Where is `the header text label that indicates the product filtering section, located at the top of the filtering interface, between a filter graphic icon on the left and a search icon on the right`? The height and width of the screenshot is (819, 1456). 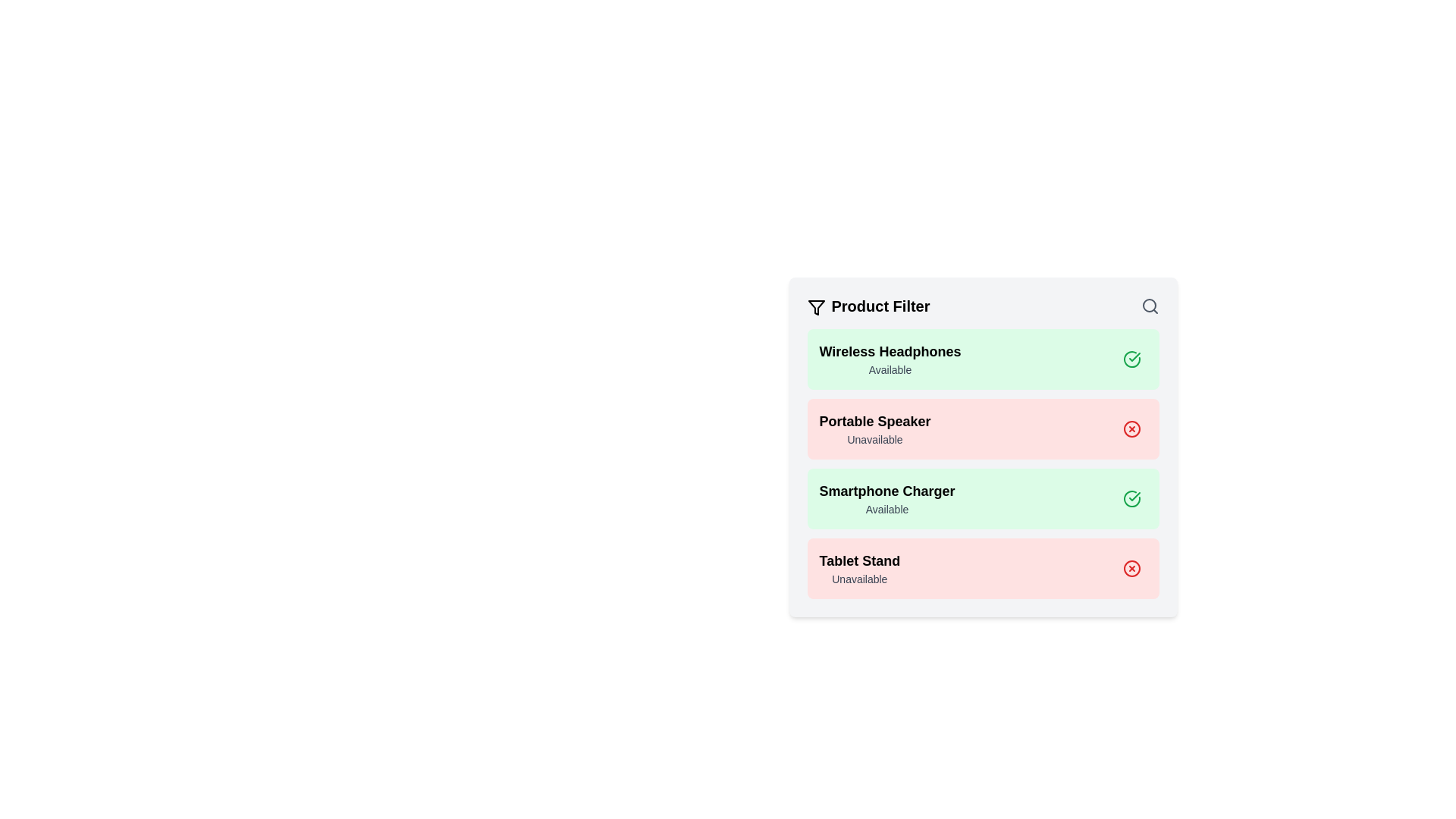
the header text label that indicates the product filtering section, located at the top of the filtering interface, between a filter graphic icon on the left and a search icon on the right is located at coordinates (868, 306).